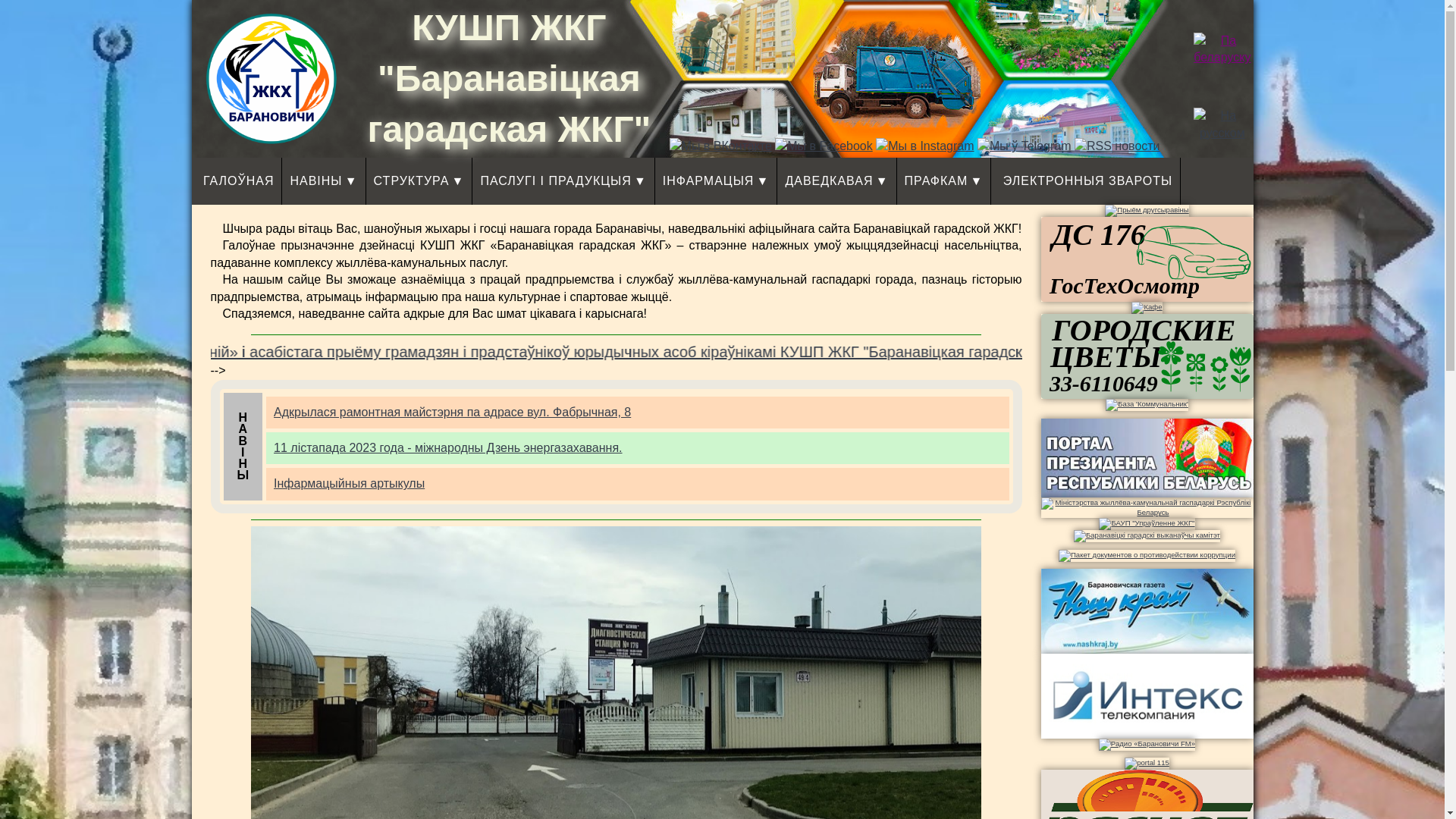  I want to click on 'Instagram', so click(924, 146).